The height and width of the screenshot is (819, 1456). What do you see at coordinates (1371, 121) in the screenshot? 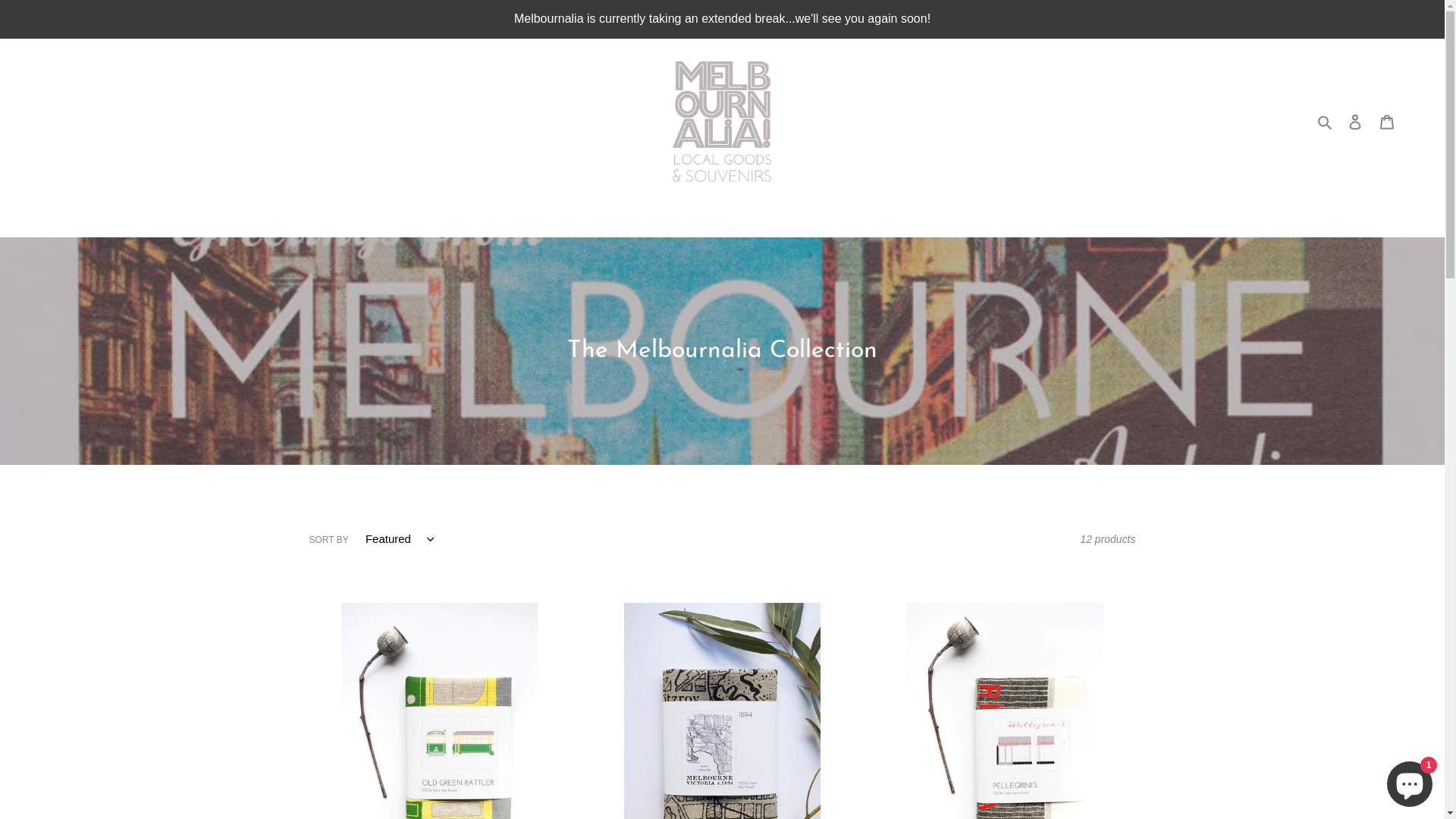
I see `'Cart'` at bounding box center [1371, 121].